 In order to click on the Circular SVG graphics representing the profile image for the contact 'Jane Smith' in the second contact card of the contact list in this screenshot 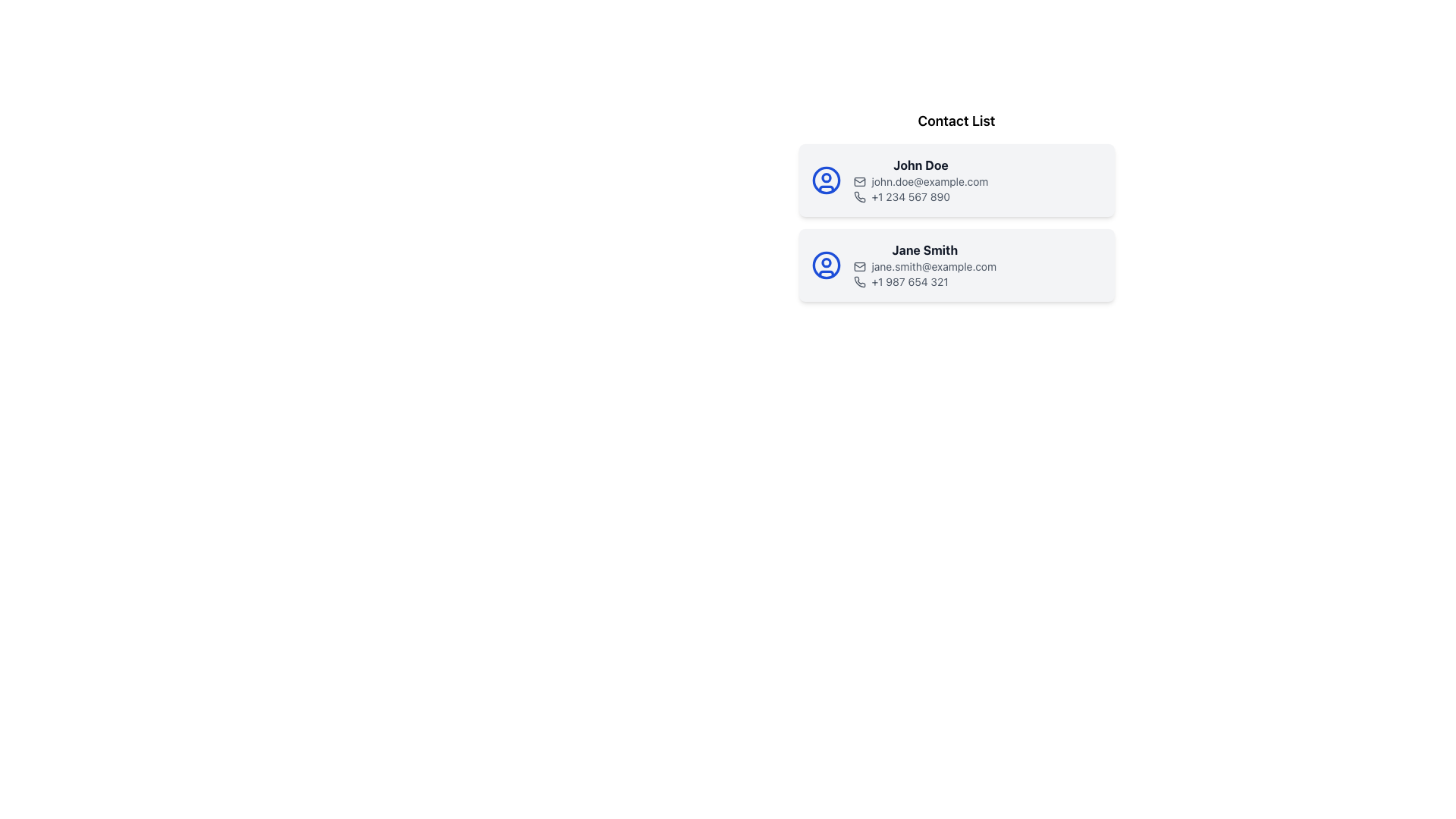, I will do `click(825, 265)`.